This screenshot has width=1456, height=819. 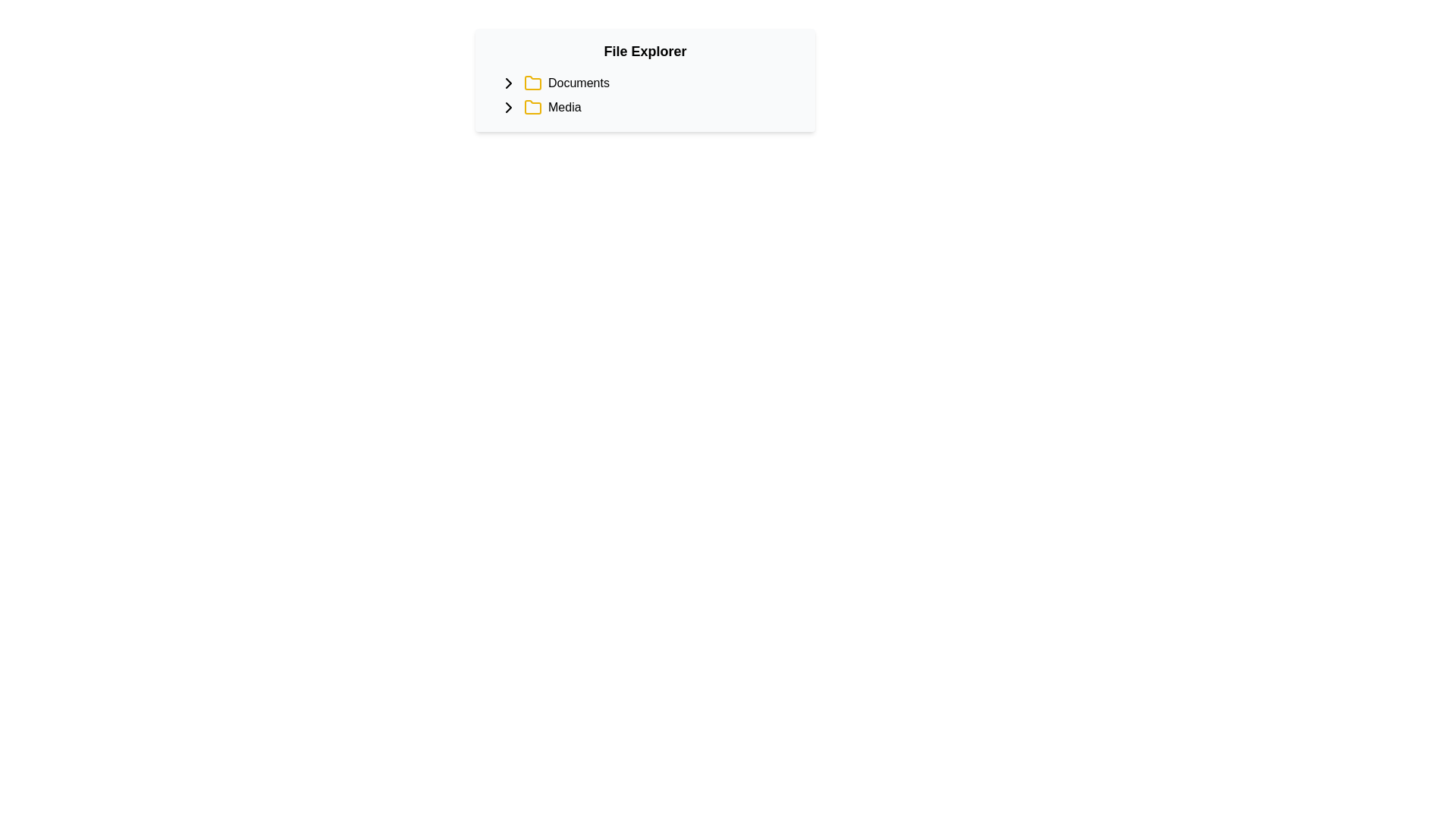 I want to click on the right-facing chevron icon located to the left of the 'Media' label, so click(x=509, y=107).